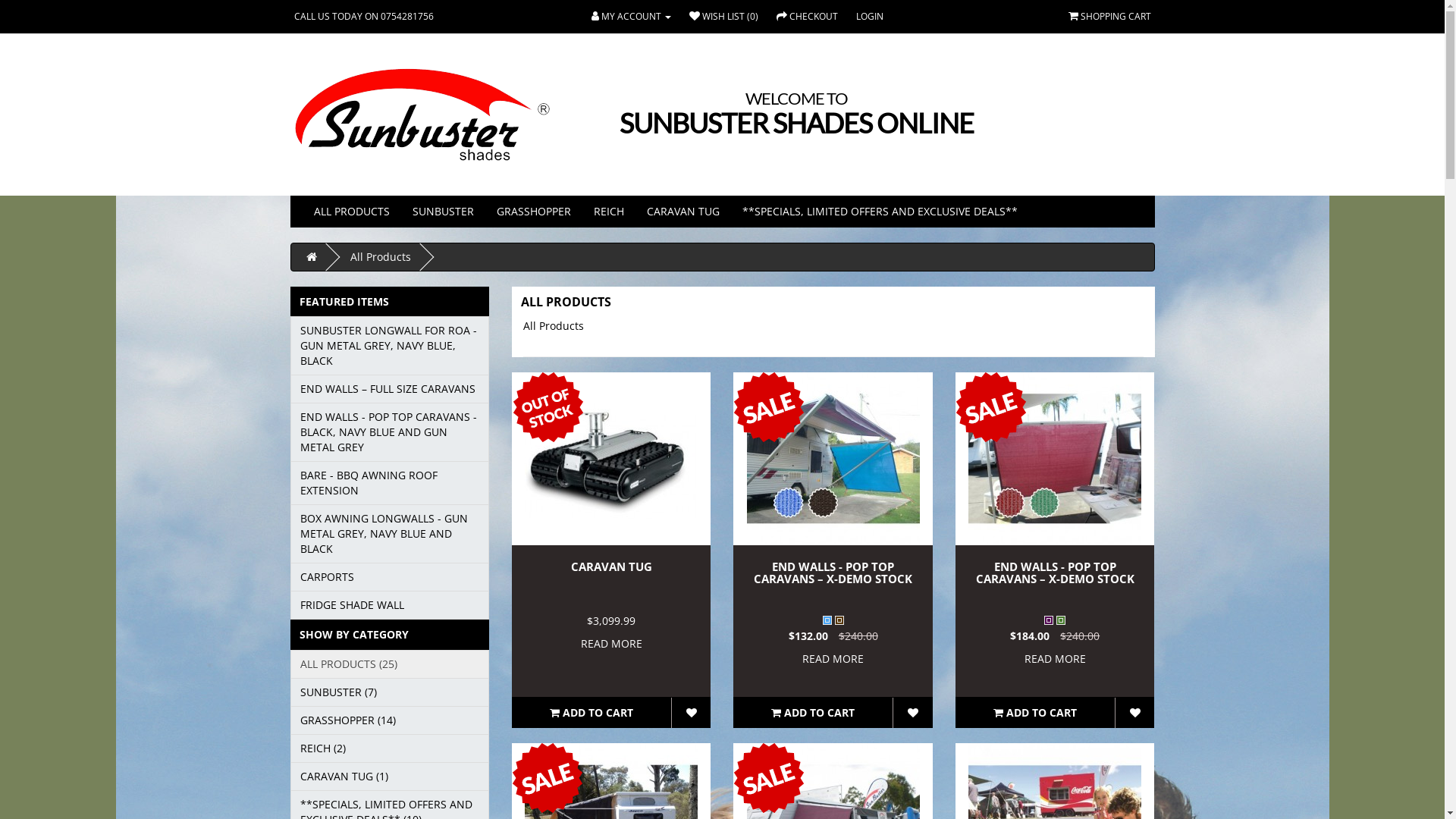  Describe the element at coordinates (441, 211) in the screenshot. I see `'SUNBUSTER'` at that location.